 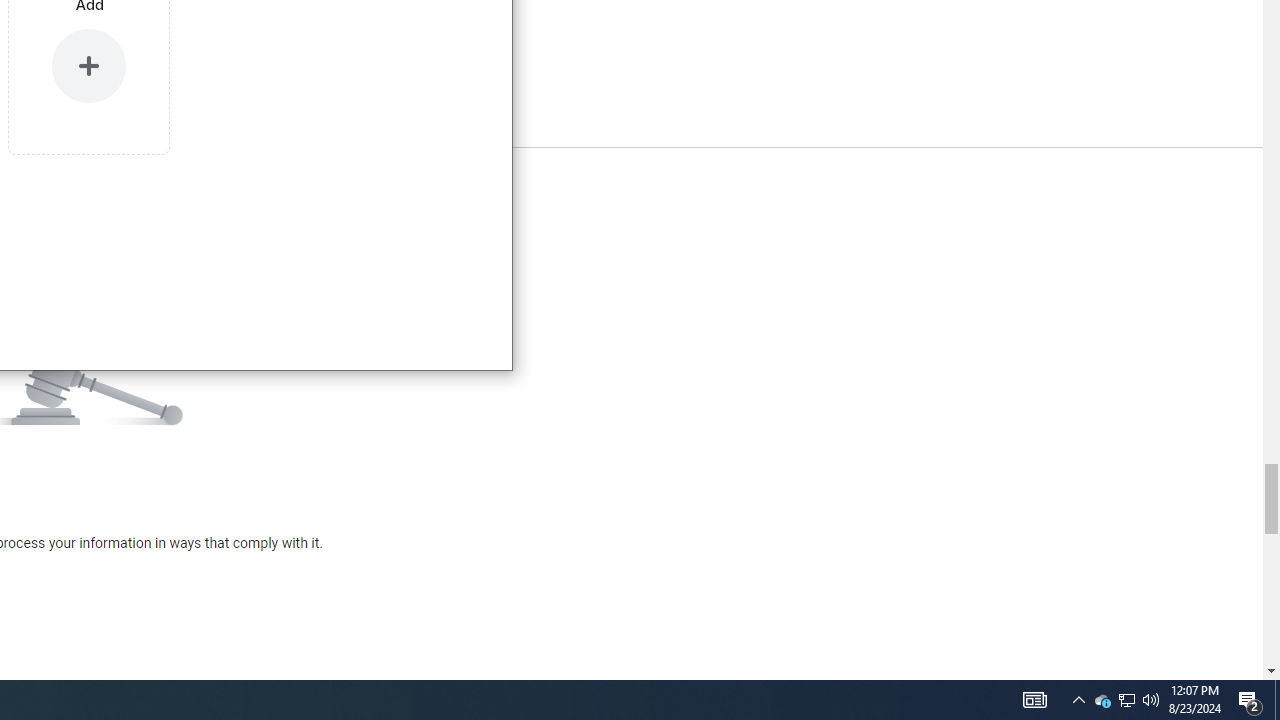 What do you see at coordinates (1101, 698) in the screenshot?
I see `'User Promoted Notification Area'` at bounding box center [1101, 698].